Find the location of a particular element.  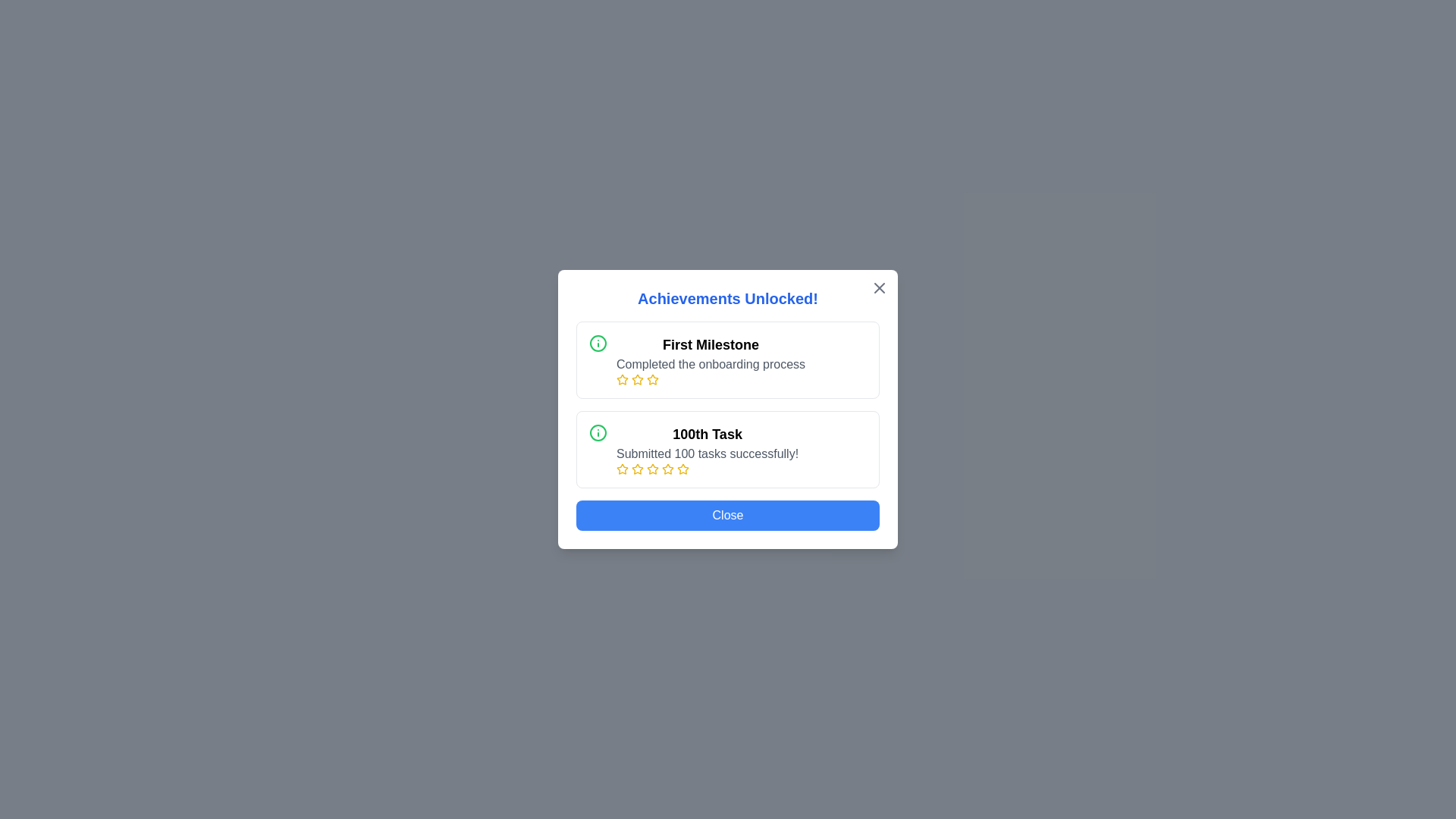

the 'X' shaped close button located is located at coordinates (880, 288).